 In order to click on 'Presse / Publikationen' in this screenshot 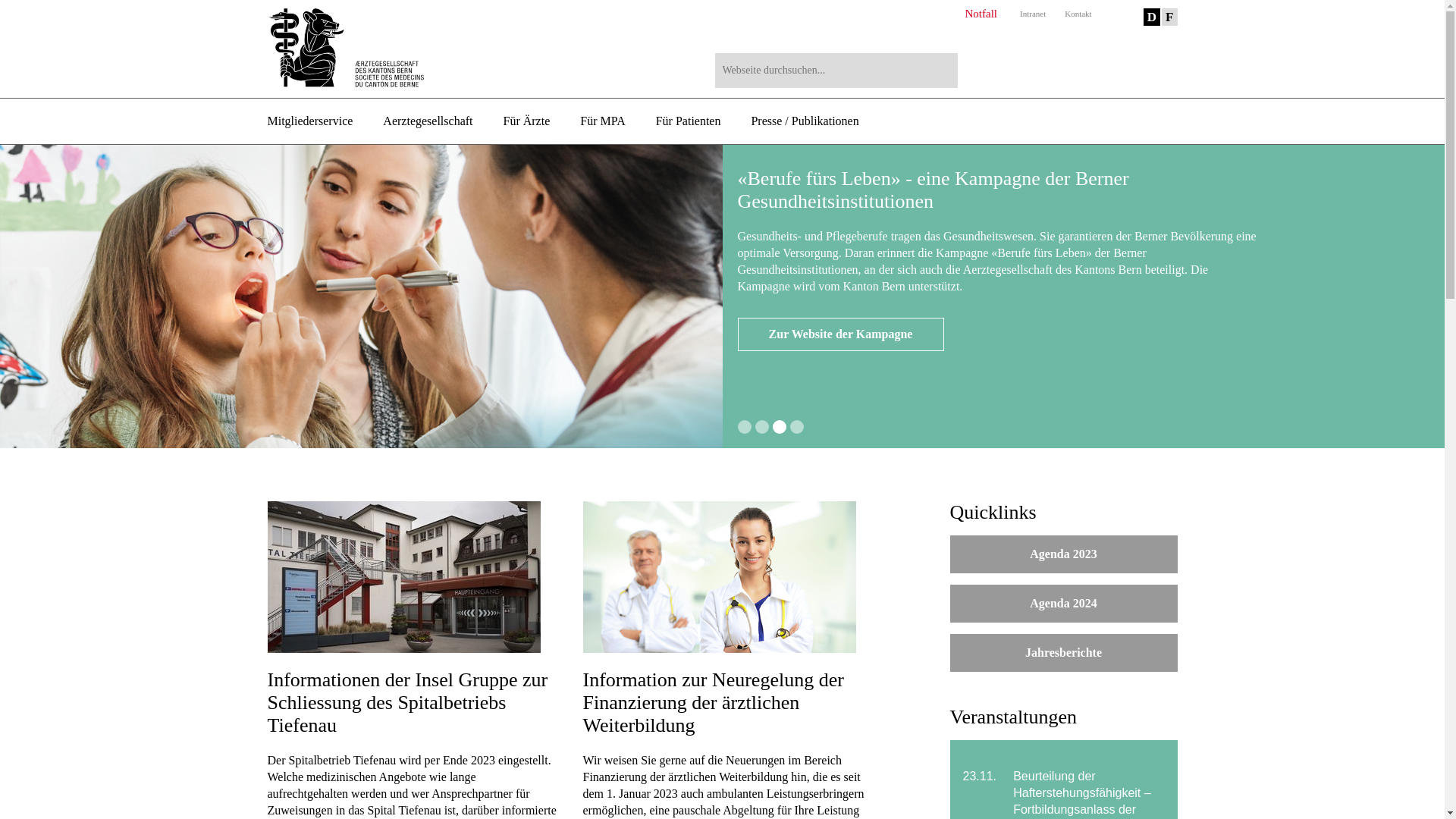, I will do `click(803, 120)`.